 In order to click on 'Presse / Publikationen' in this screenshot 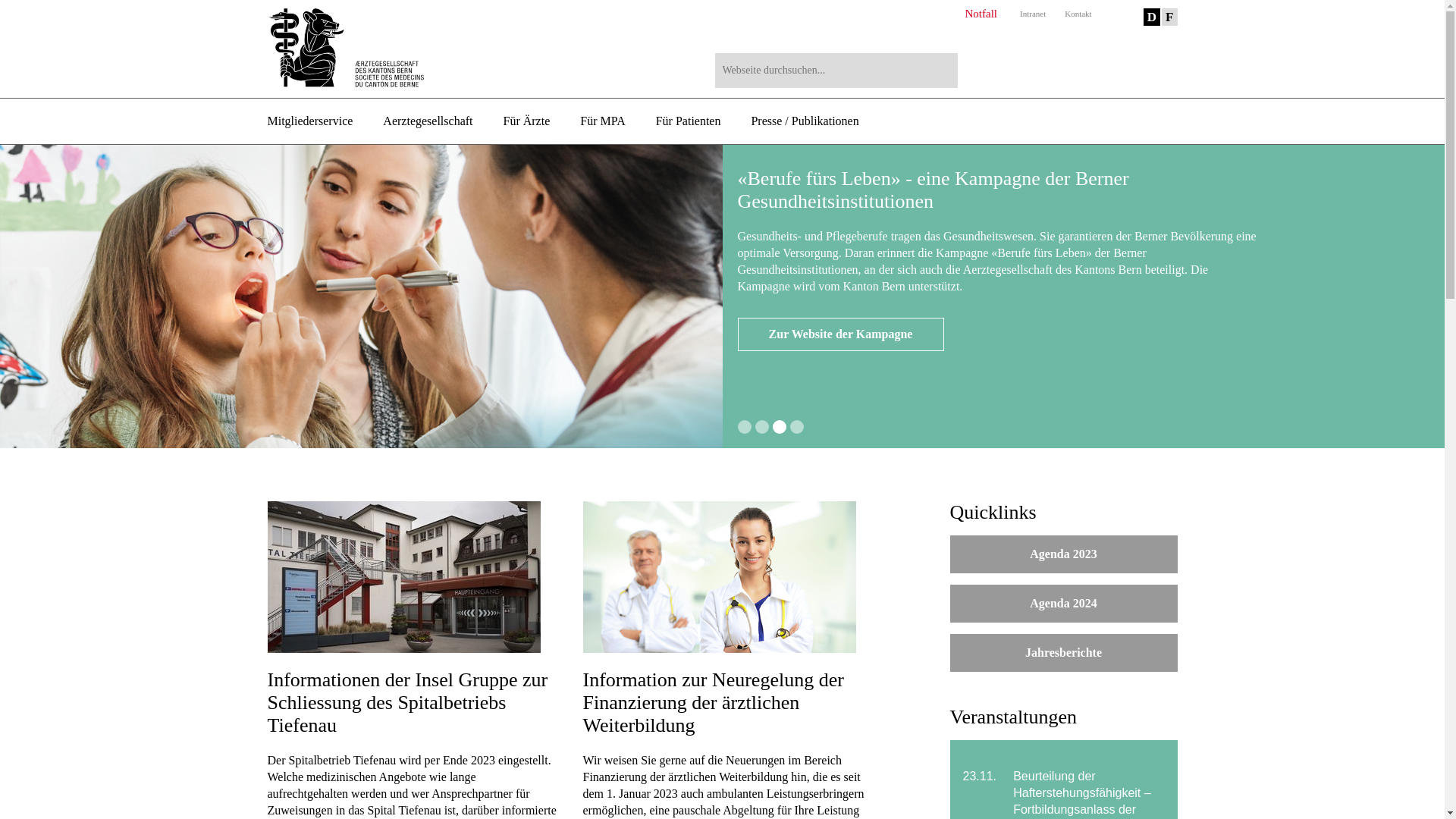, I will do `click(803, 120)`.